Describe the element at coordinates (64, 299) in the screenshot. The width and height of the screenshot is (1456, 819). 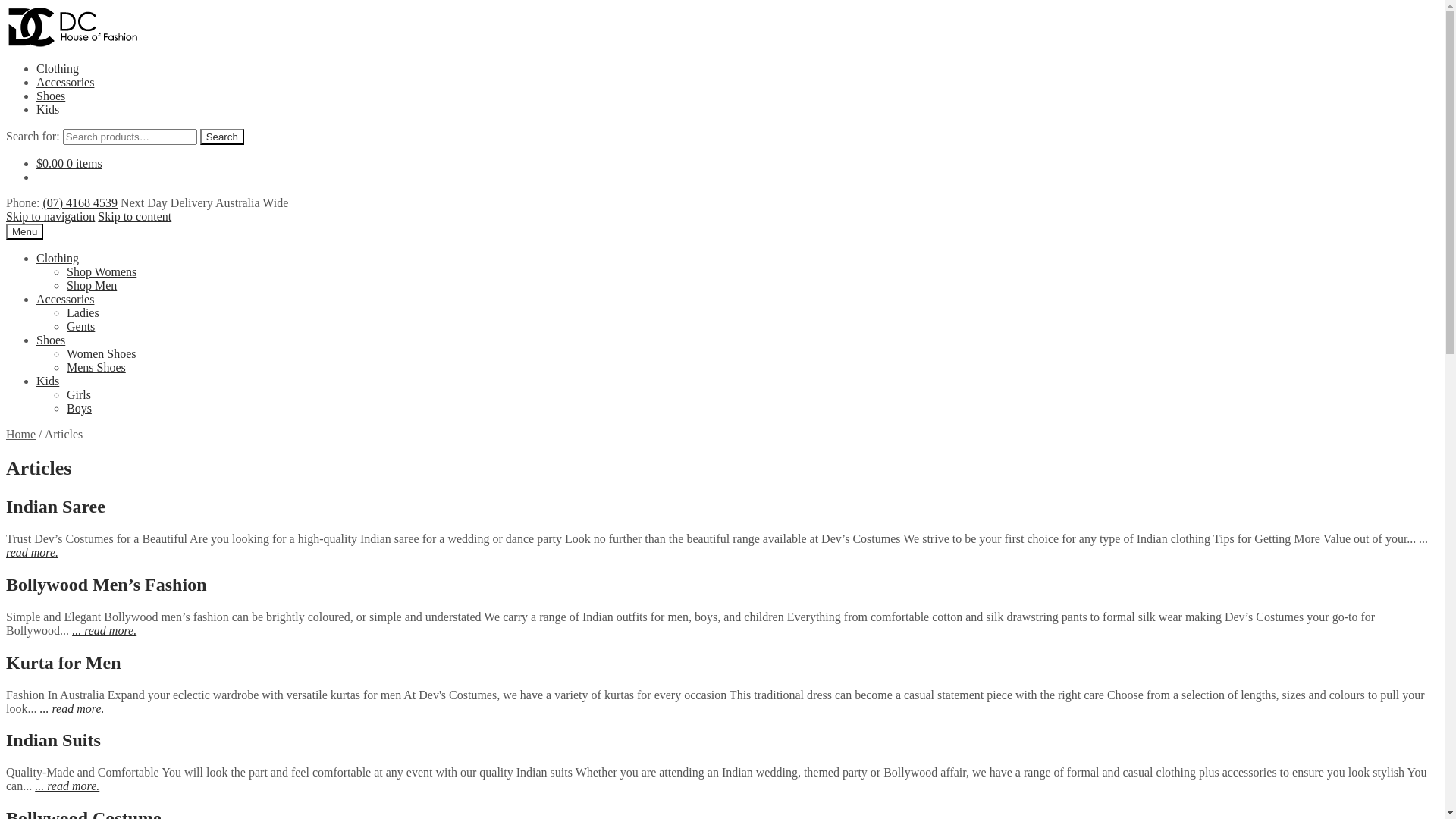
I see `'Accessories'` at that location.